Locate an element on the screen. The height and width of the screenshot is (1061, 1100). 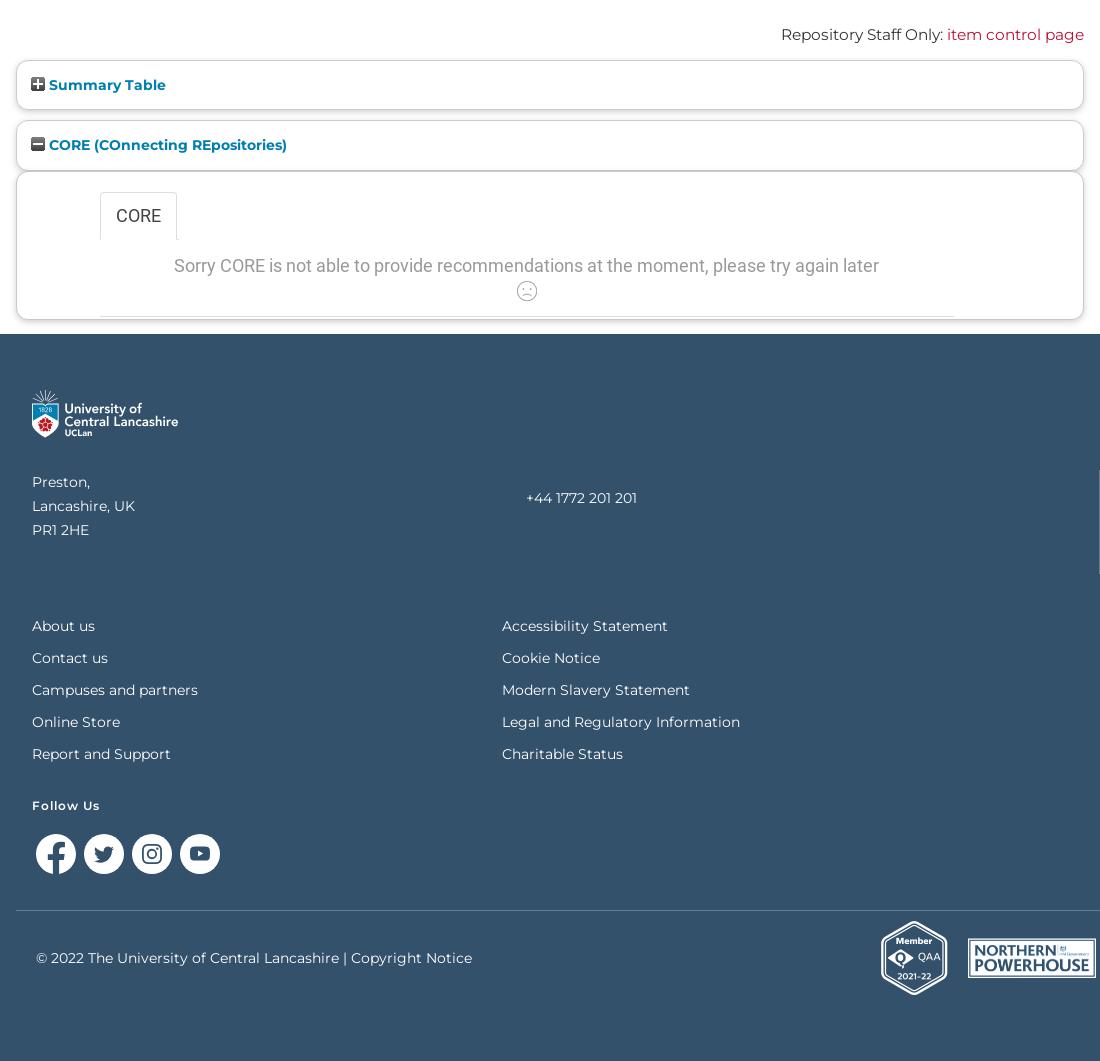
'+44 1772 201 201' is located at coordinates (579, 496).